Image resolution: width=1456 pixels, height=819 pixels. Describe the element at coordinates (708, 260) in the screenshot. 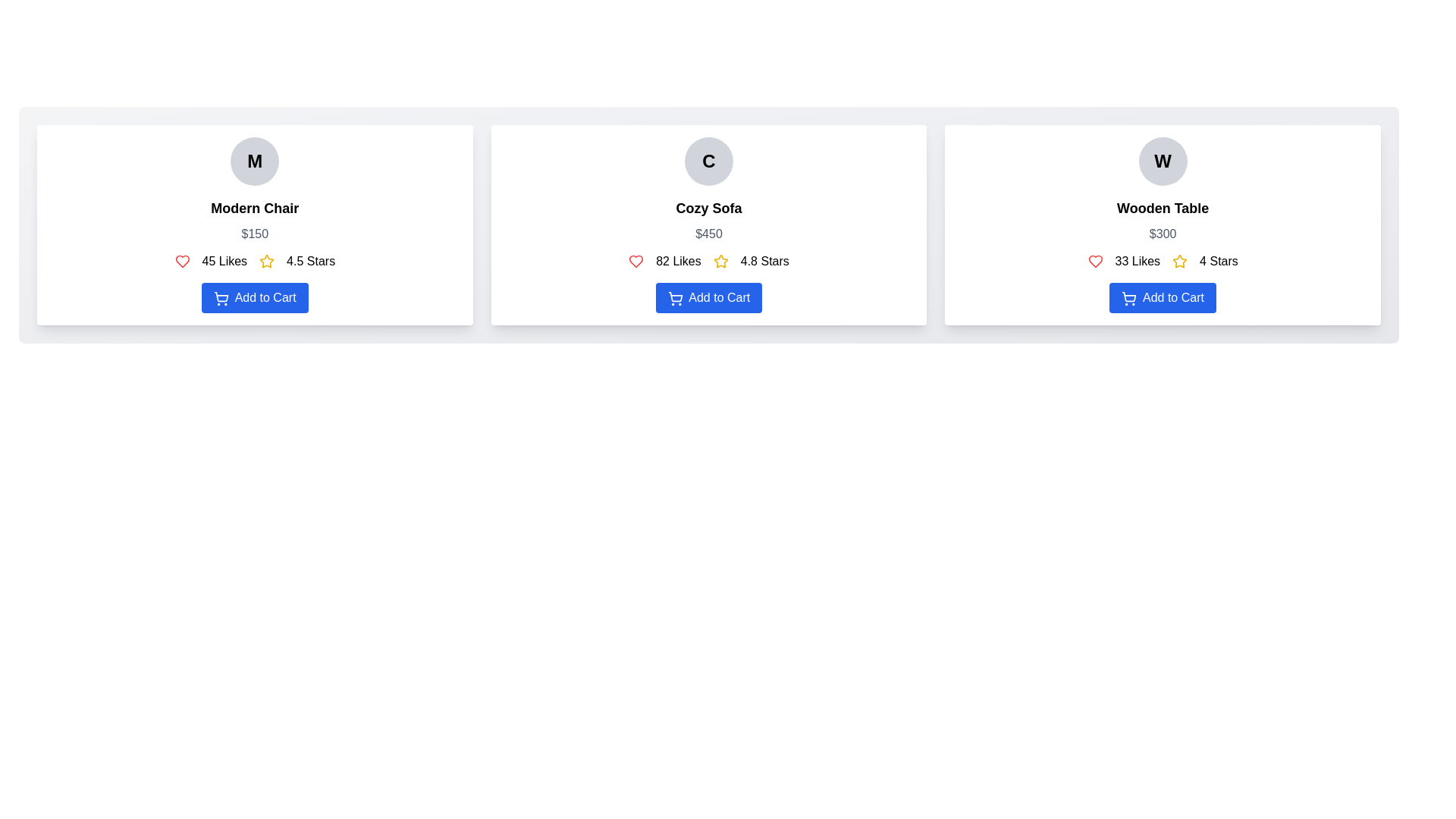

I see `the Text with Icon element that displays feedback and rating information for the 'Cozy Sofa' product, located below the product price and above the 'Add to Cart' button` at that location.